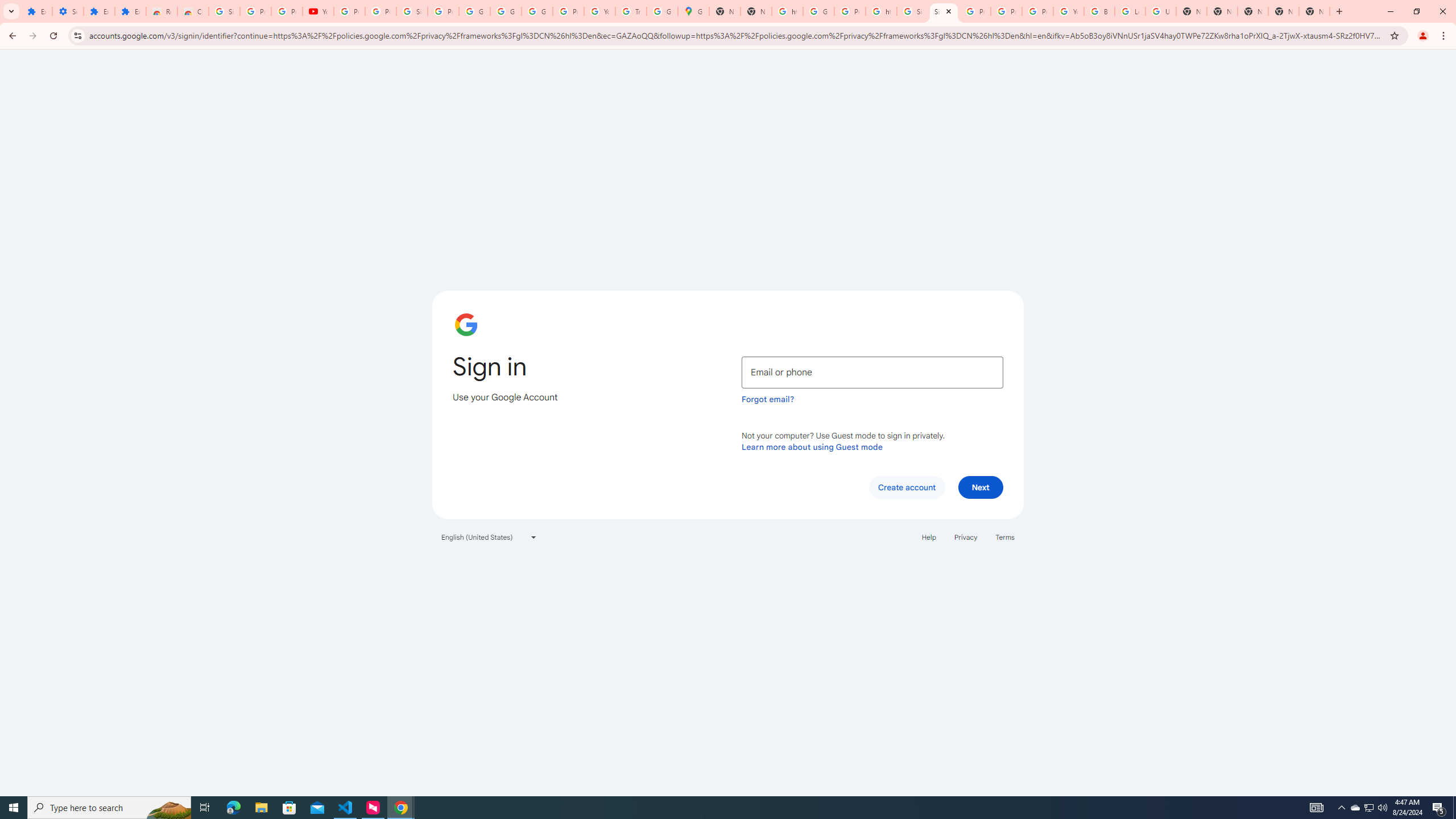 This screenshot has height=819, width=1456. I want to click on 'Learn more about using Guest mode', so click(812, 446).